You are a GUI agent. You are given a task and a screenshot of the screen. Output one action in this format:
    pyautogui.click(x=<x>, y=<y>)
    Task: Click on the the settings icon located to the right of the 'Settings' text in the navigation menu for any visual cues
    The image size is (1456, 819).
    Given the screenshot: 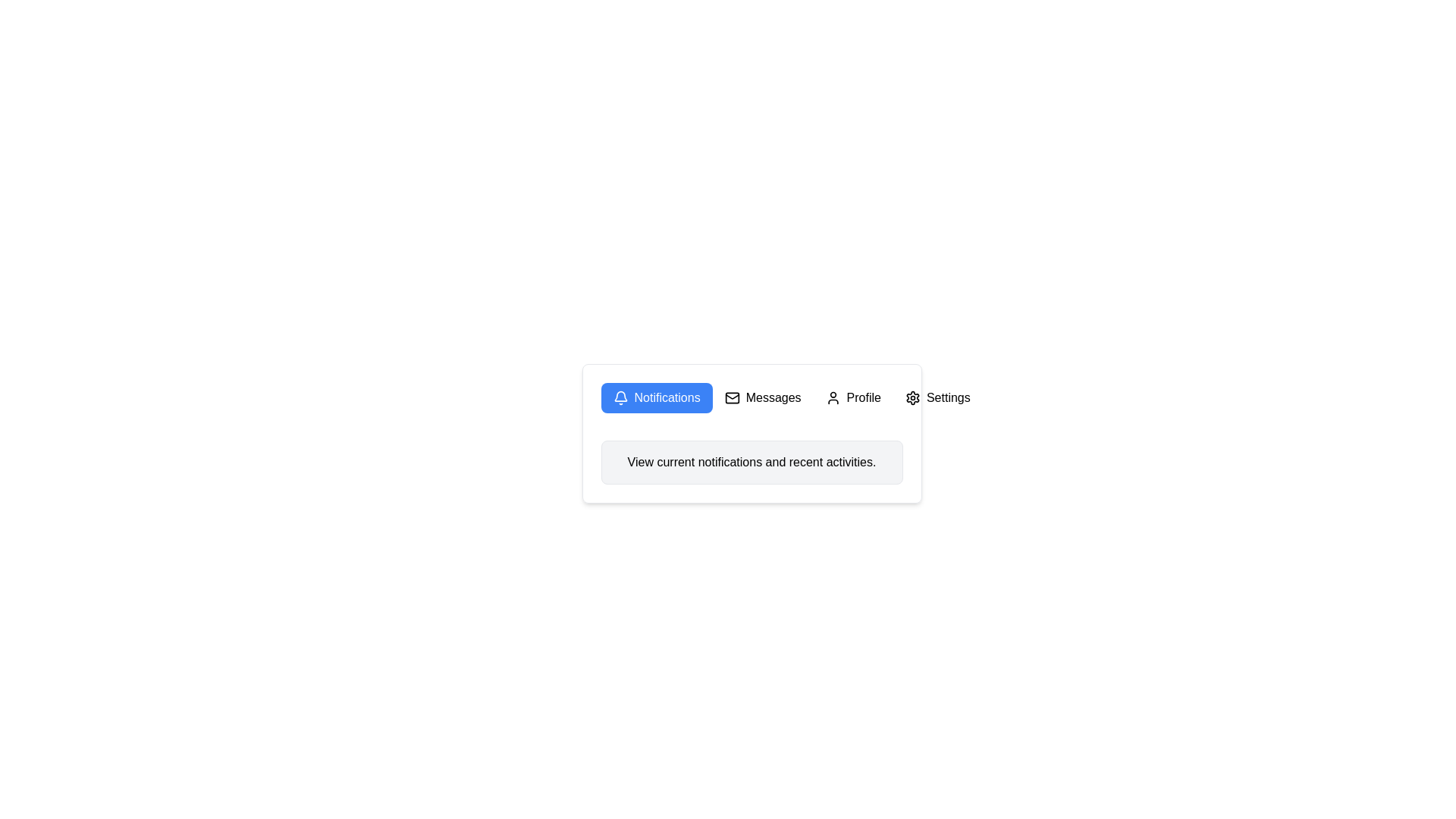 What is the action you would take?
    pyautogui.click(x=912, y=397)
    